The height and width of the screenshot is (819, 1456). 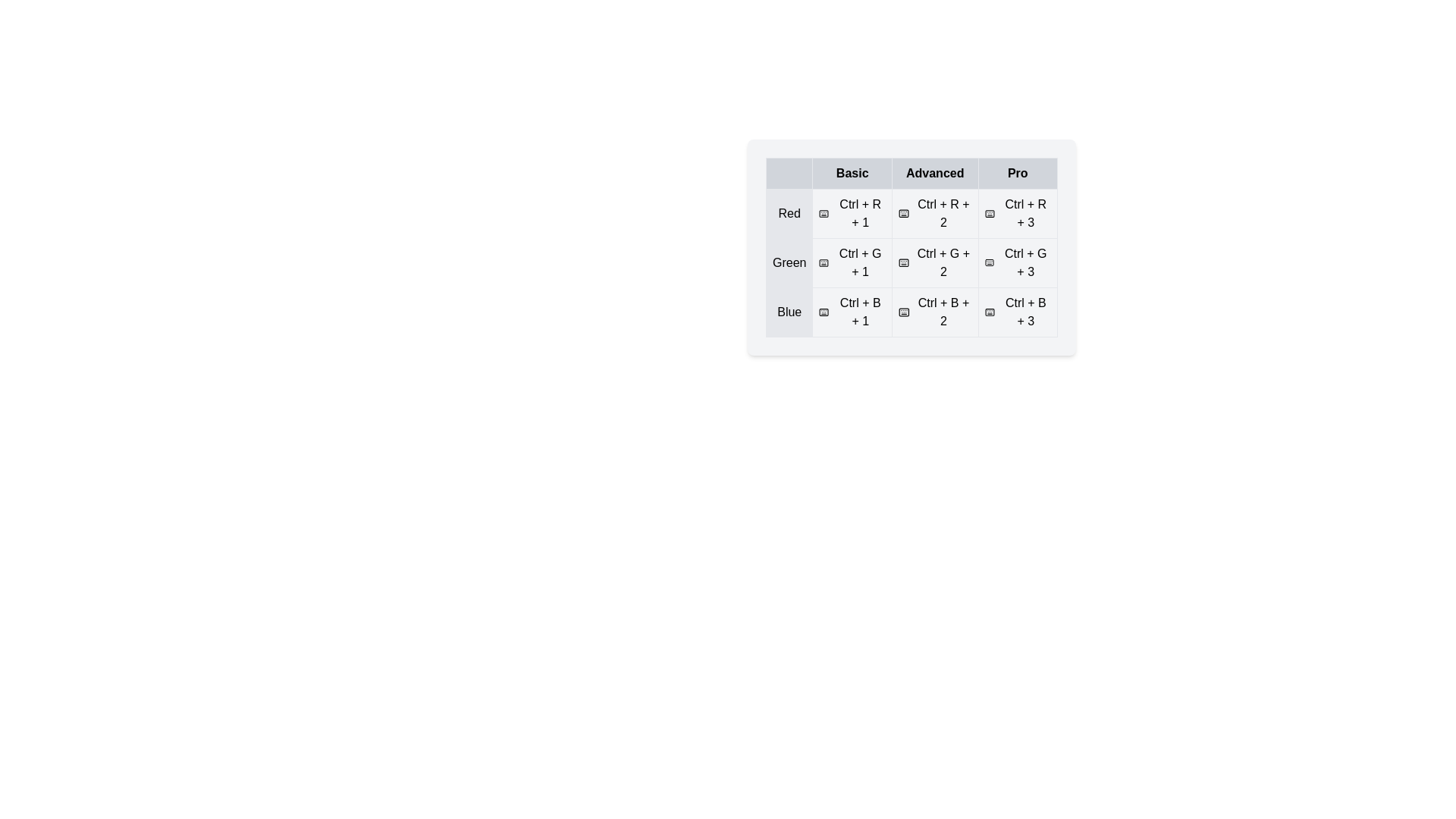 I want to click on the second item in the row labeled 'Green' within the grid or table structure for accessibility purposes, so click(x=934, y=262).